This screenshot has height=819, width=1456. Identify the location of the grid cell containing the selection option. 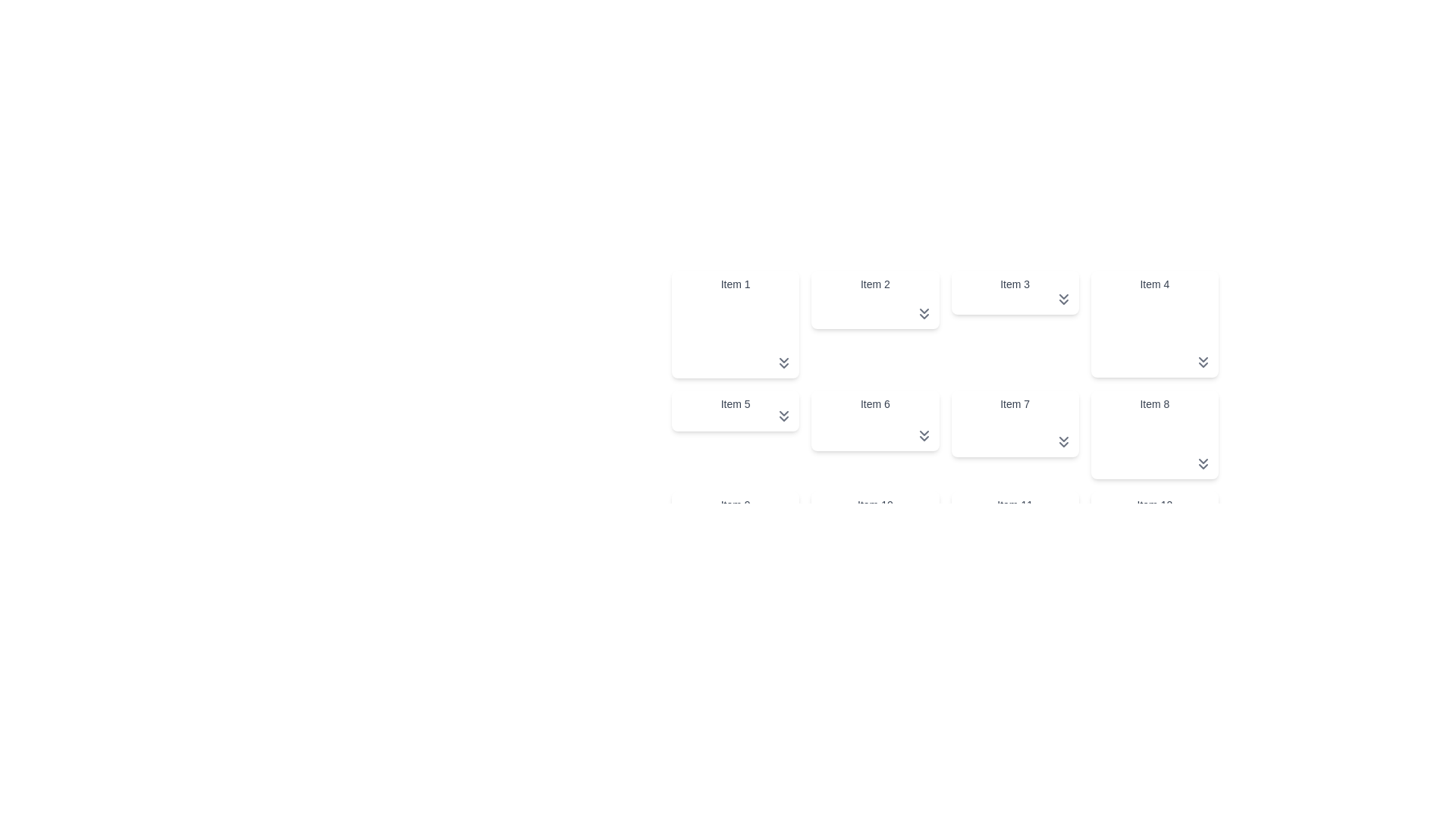
(944, 372).